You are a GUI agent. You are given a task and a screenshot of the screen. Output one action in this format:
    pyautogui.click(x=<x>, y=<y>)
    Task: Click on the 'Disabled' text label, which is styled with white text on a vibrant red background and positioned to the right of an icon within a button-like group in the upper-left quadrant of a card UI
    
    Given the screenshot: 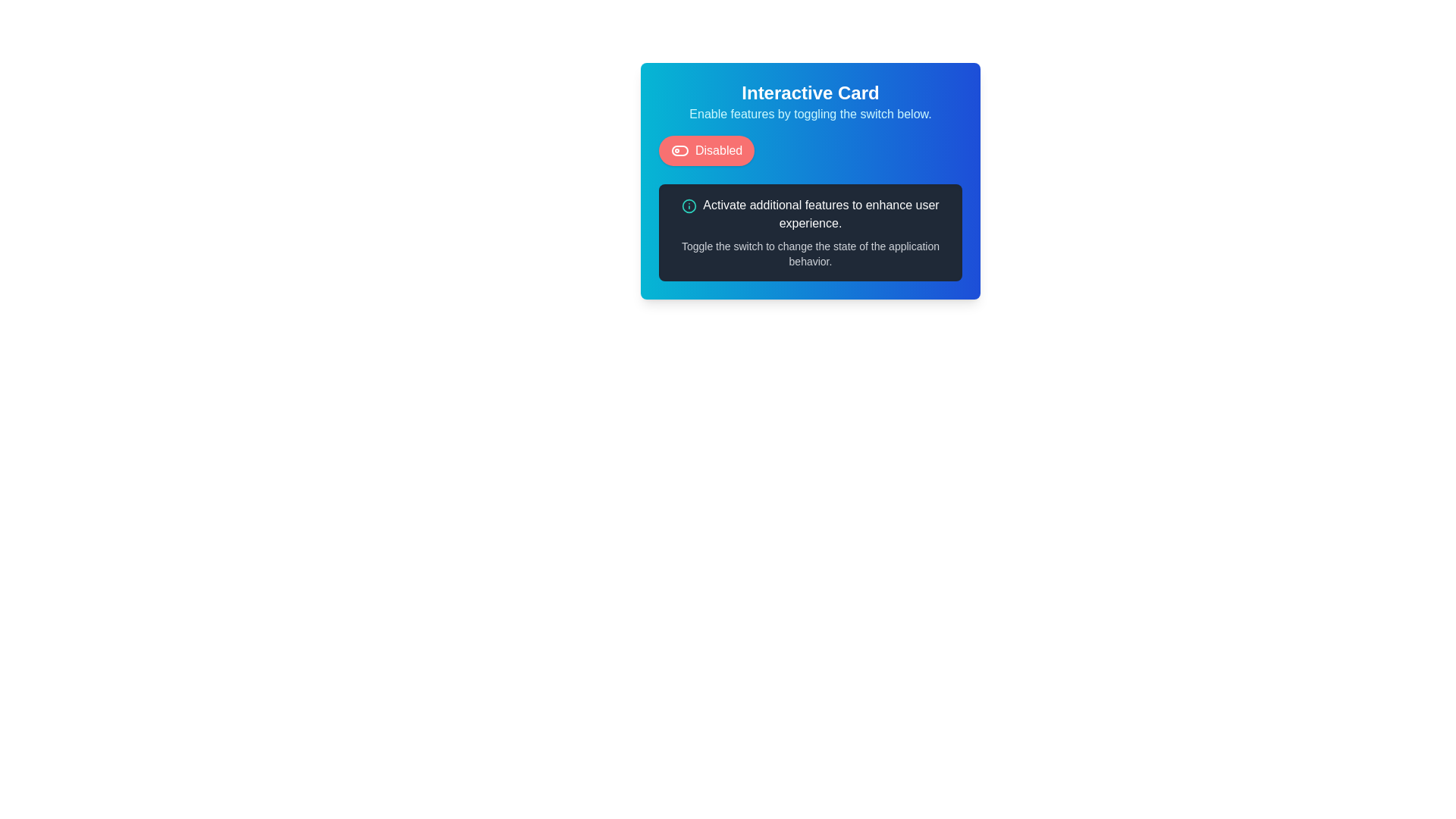 What is the action you would take?
    pyautogui.click(x=718, y=151)
    